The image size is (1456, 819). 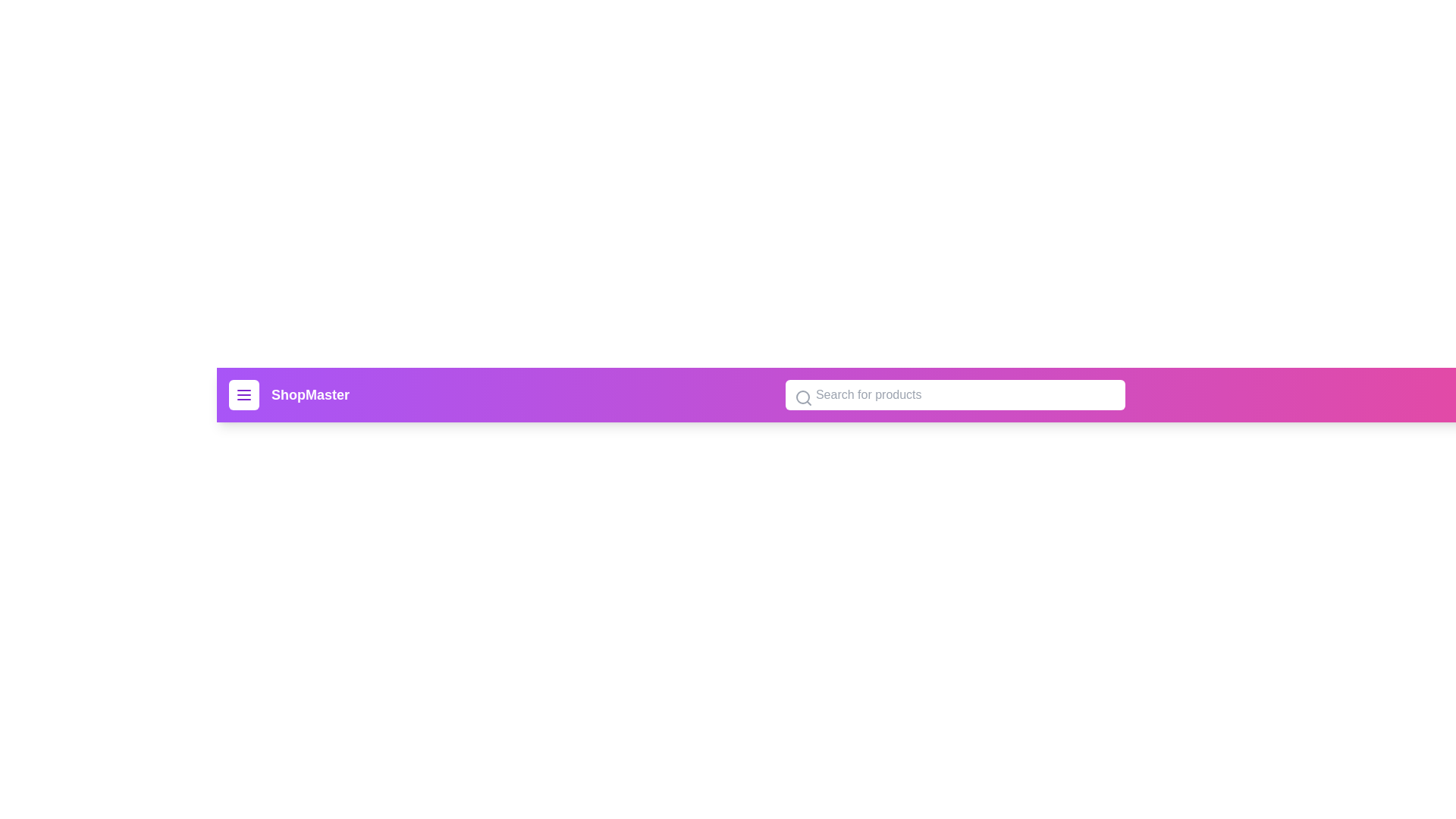 I want to click on the search icon within the input field, so click(x=803, y=397).